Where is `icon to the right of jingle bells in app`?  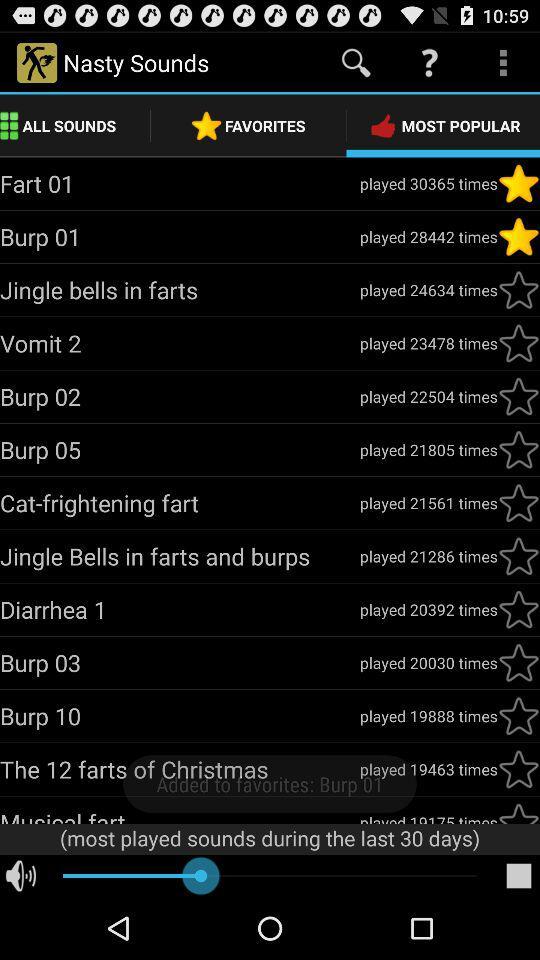 icon to the right of jingle bells in app is located at coordinates (427, 556).